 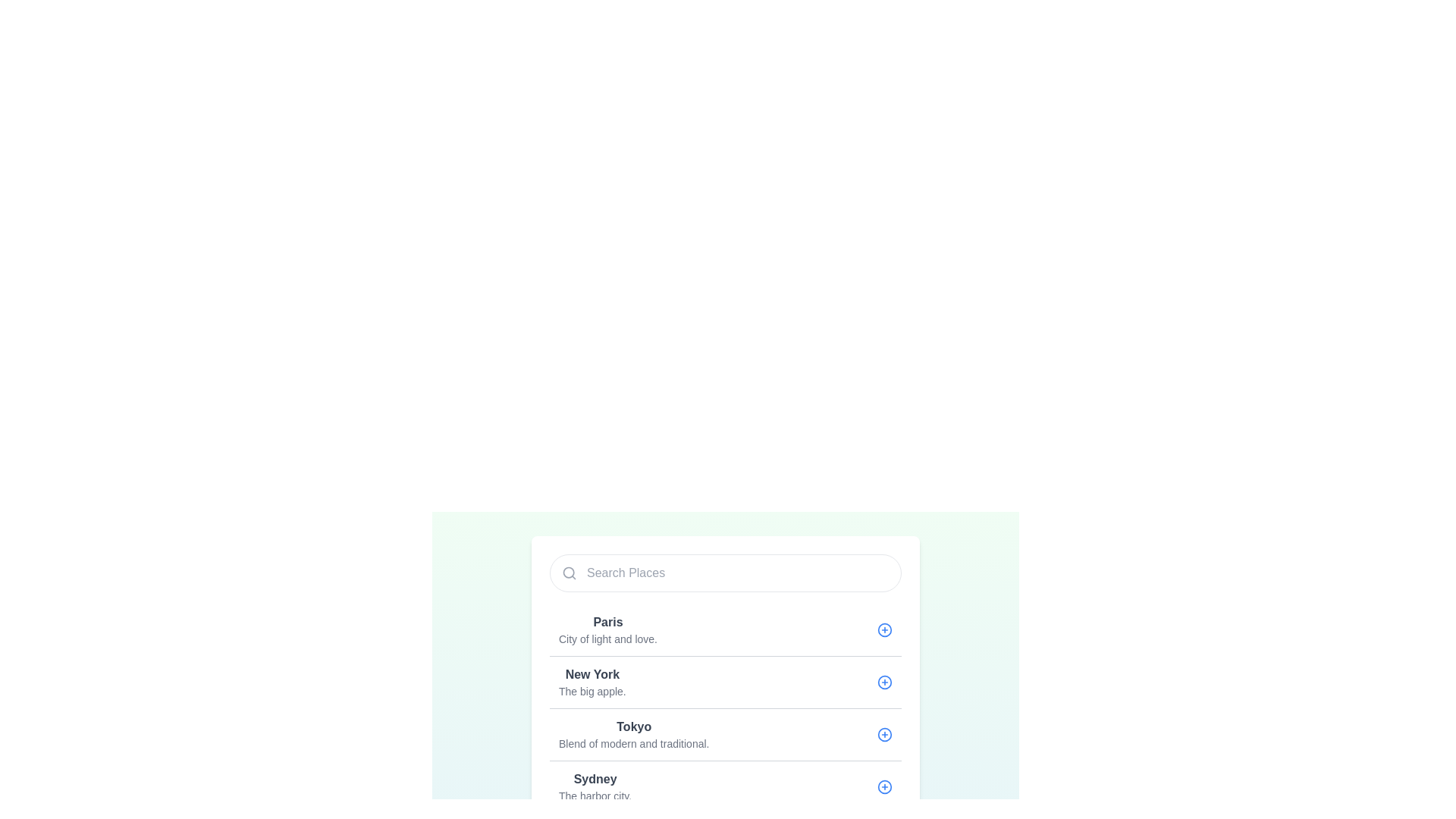 What do you see at coordinates (568, 573) in the screenshot?
I see `the magnifying glass icon, which is styled in light gray and positioned on the left side of a rounded rectangle input field` at bounding box center [568, 573].